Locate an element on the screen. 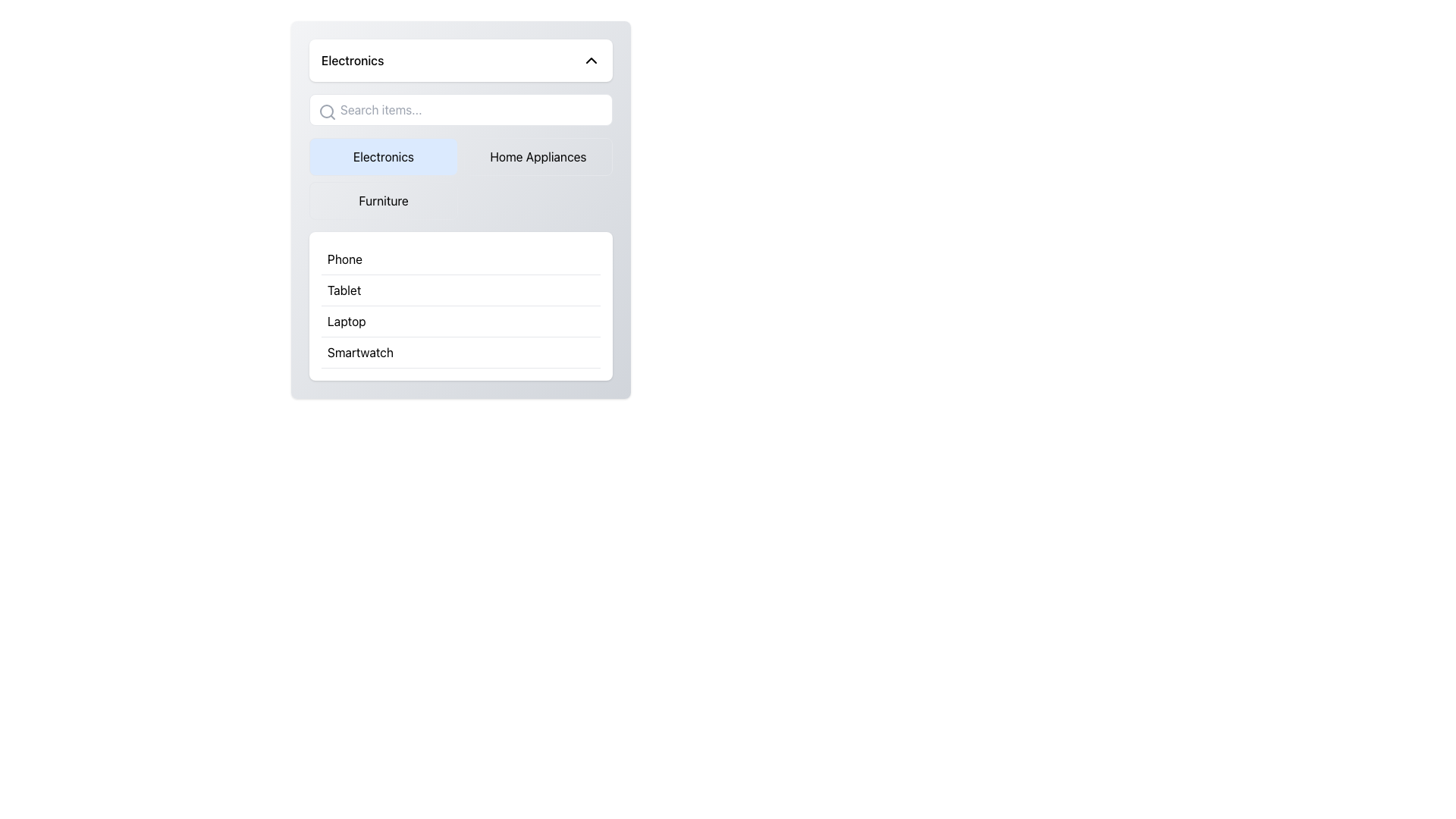  the electronics category options in the dropdown menu located below the 'Electronics' header is located at coordinates (460, 237).